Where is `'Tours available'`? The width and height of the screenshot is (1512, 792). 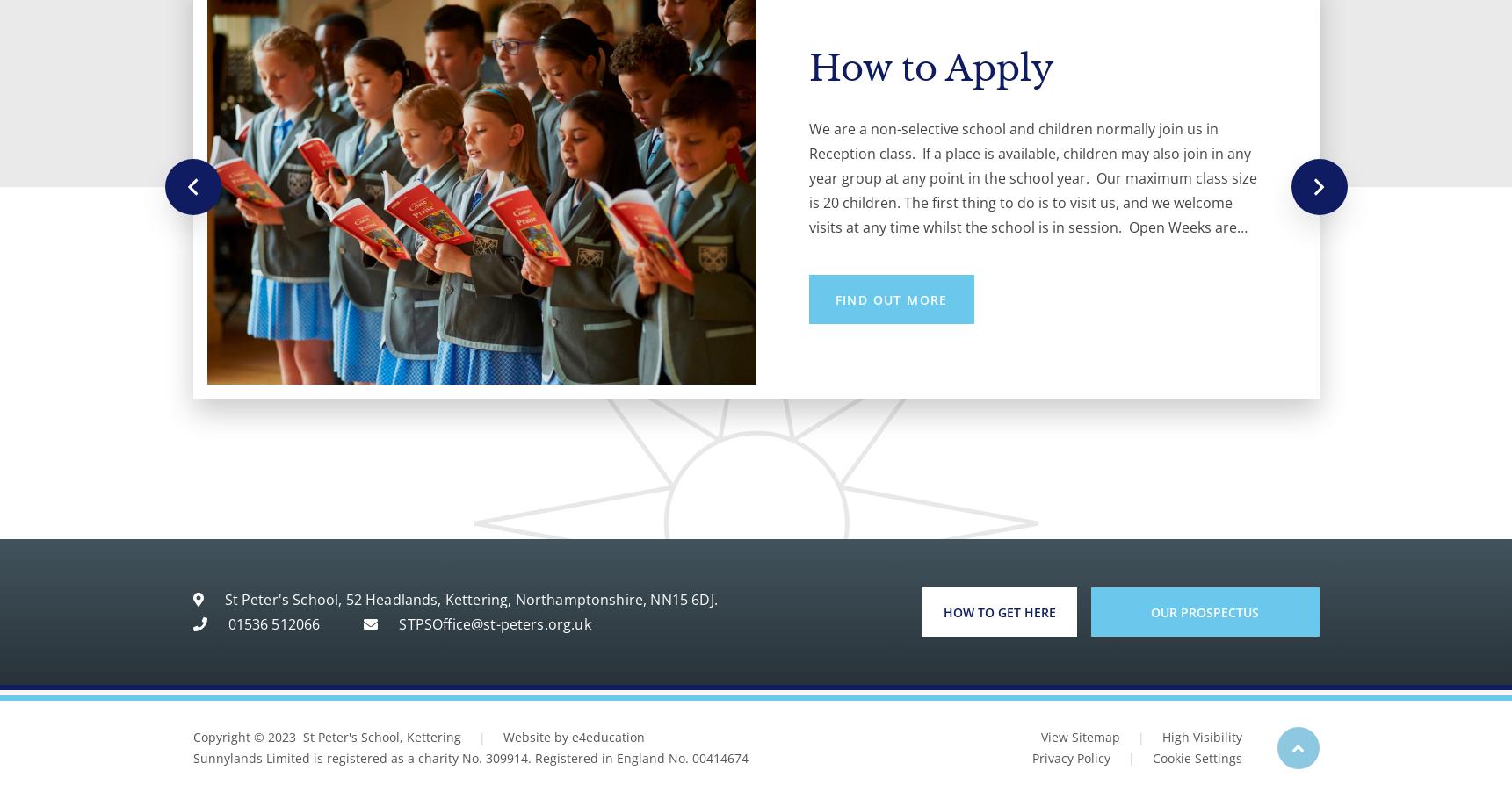
'Tours available' is located at coordinates (897, 225).